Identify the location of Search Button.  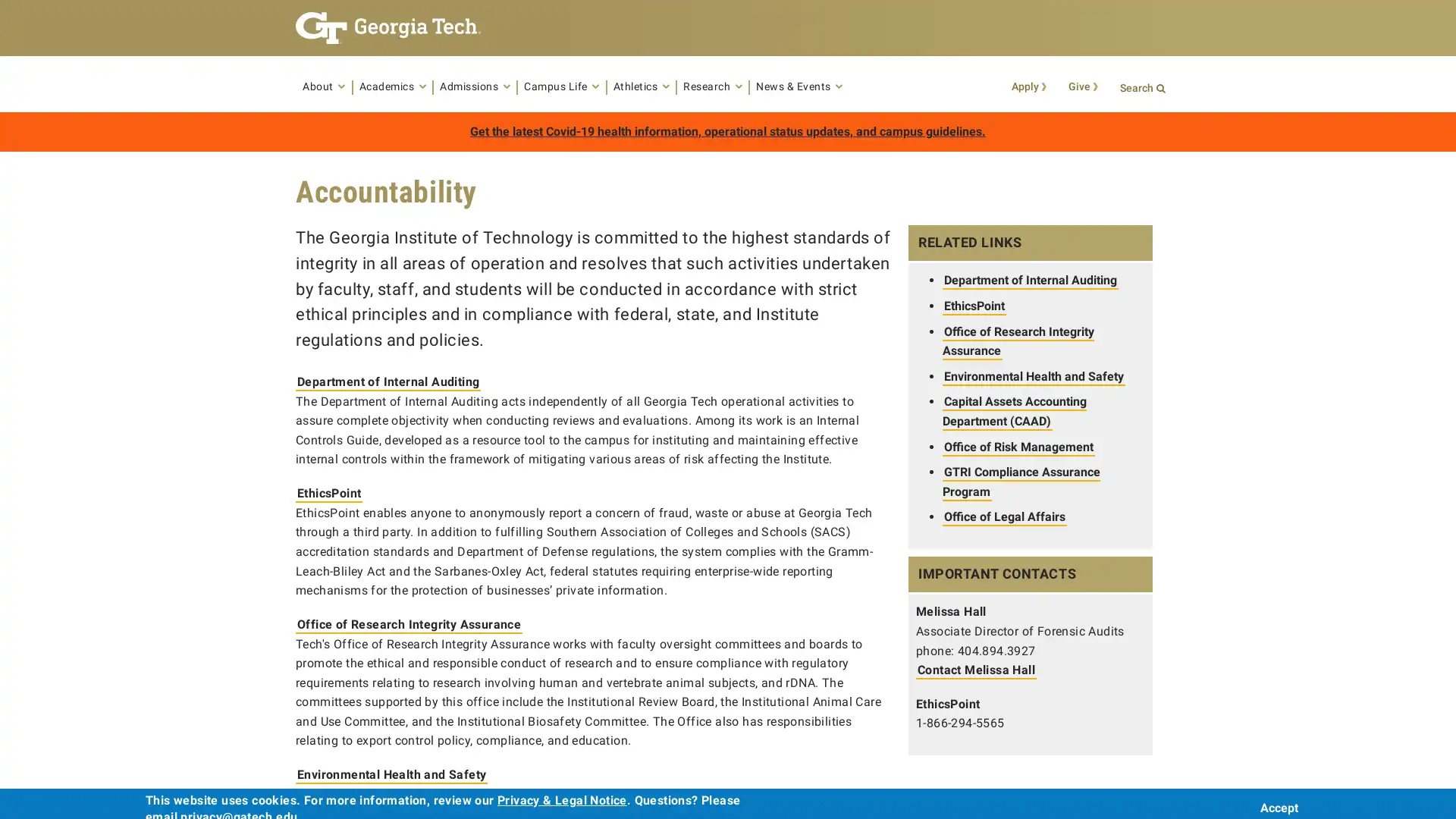
(1095, 125).